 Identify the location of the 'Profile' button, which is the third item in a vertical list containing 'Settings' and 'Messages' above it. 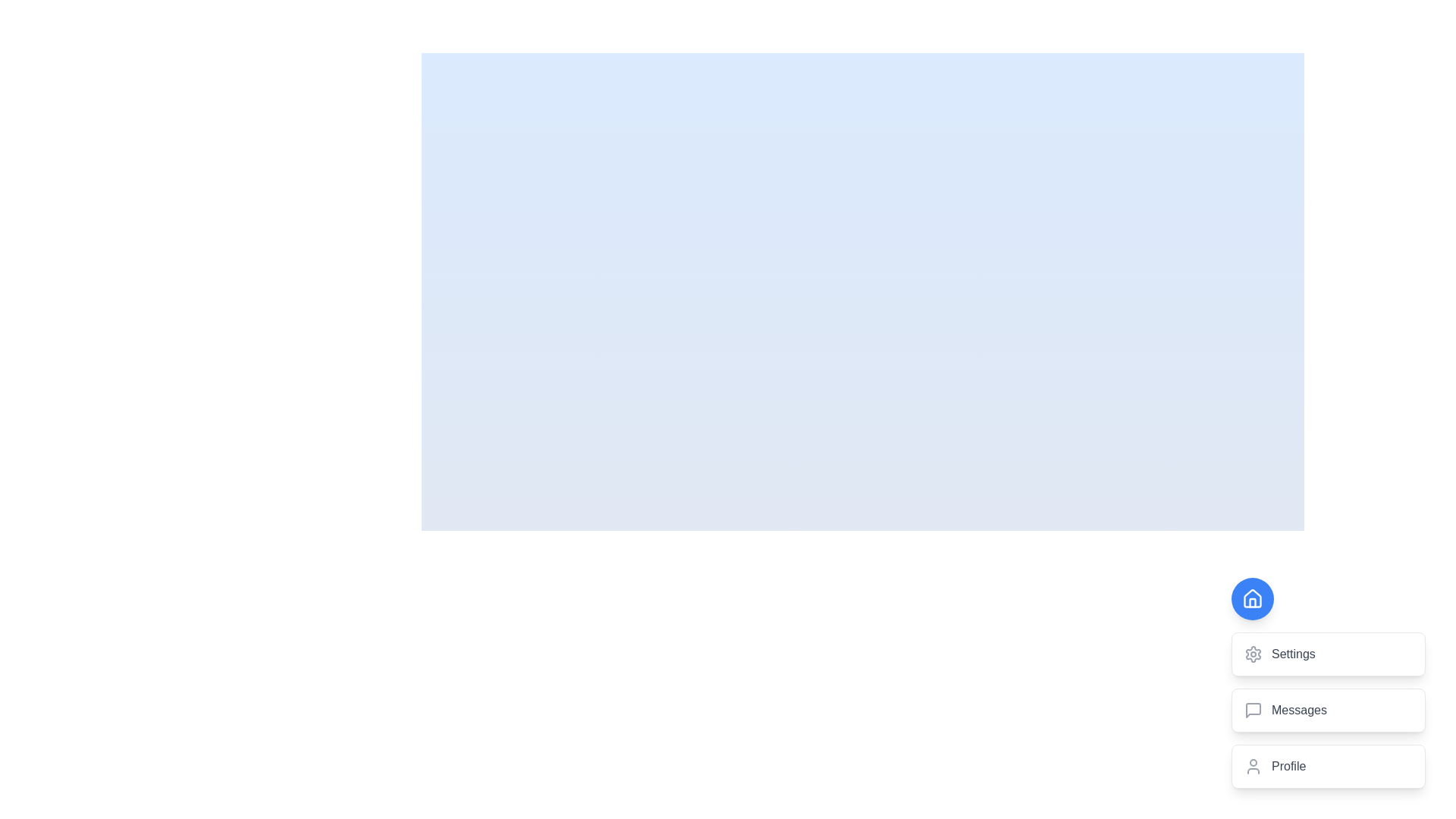
(1328, 766).